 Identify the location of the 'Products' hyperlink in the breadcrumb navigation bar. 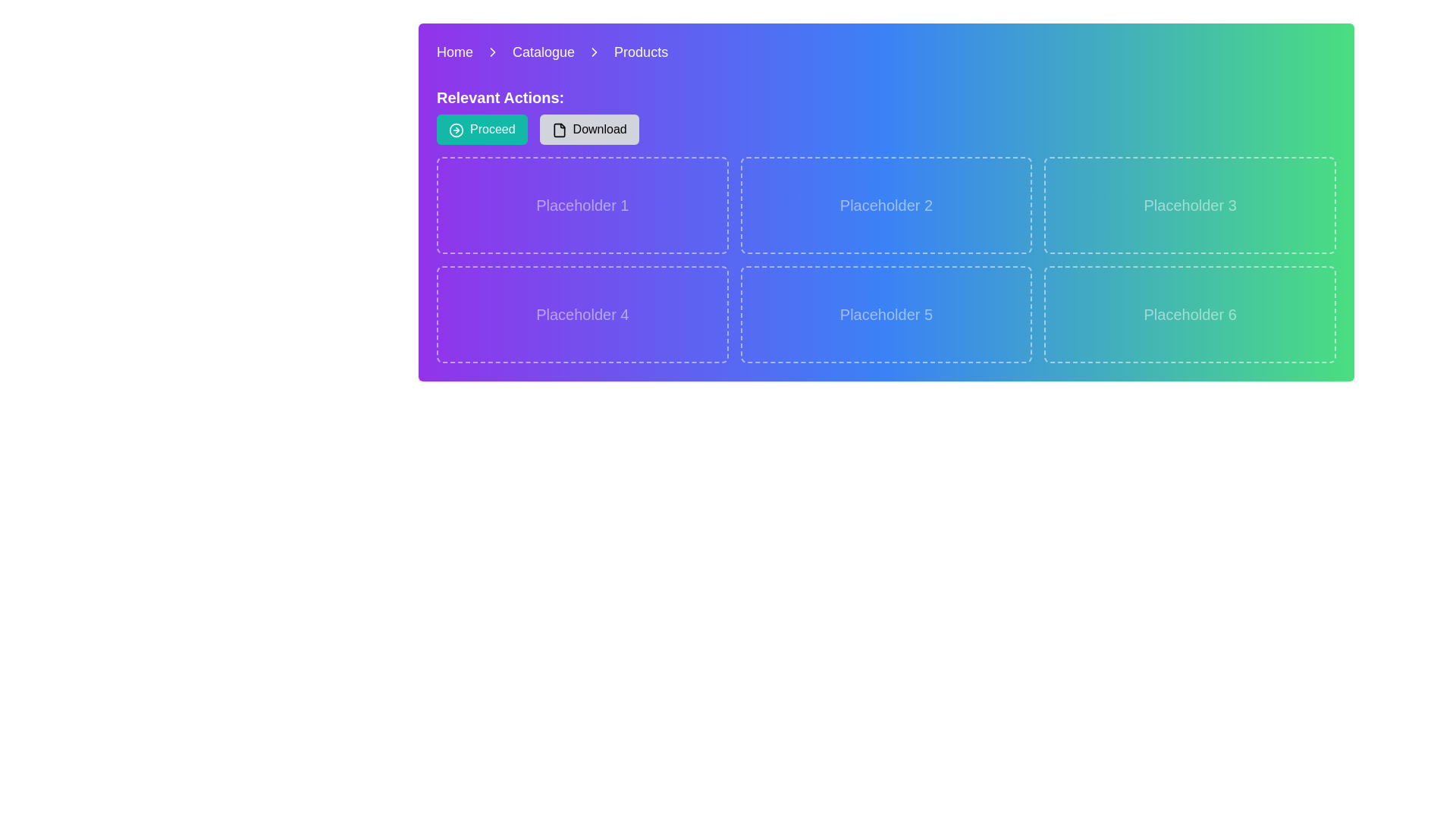
(641, 52).